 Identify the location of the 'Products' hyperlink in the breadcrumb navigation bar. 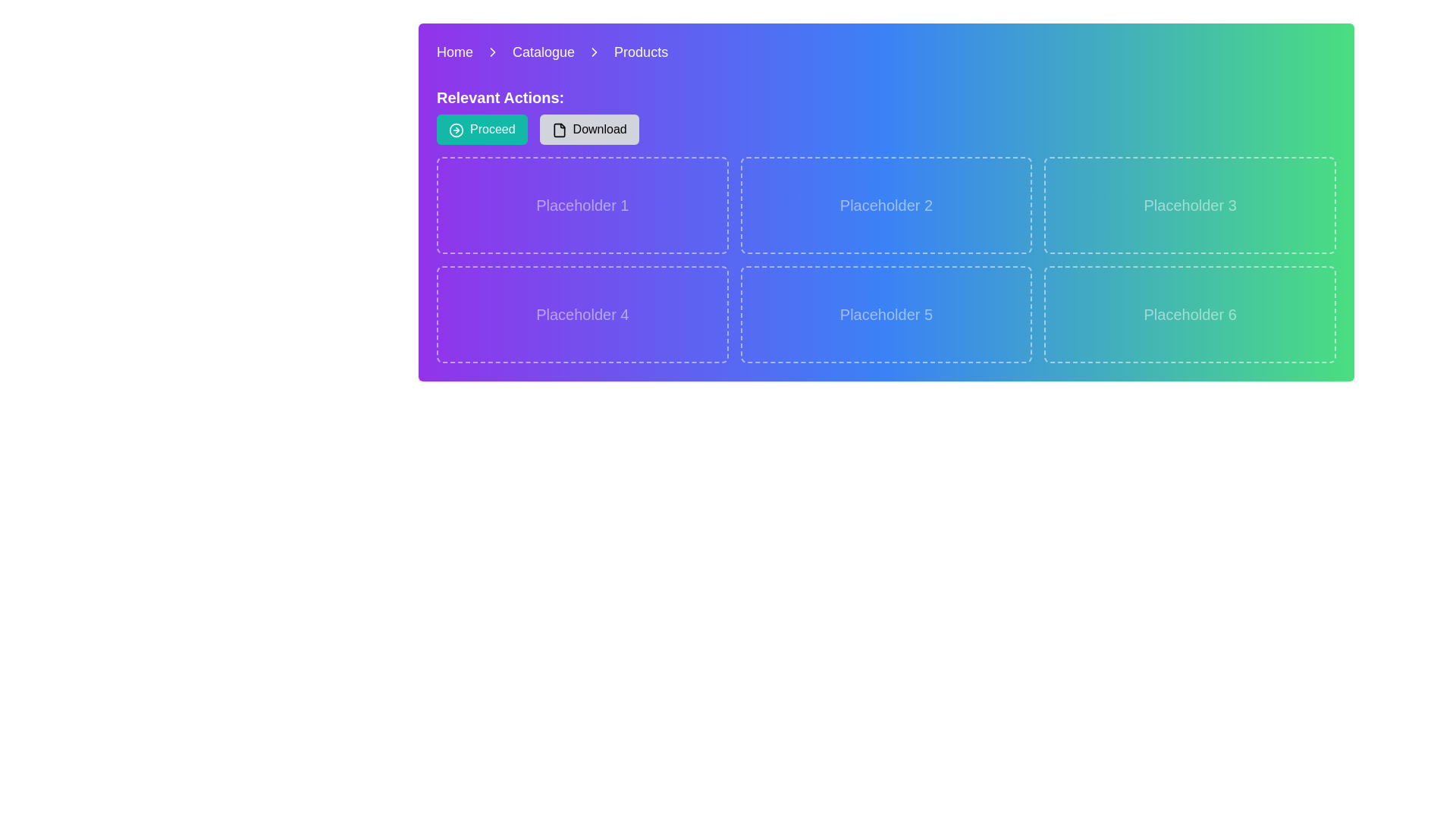
(641, 52).